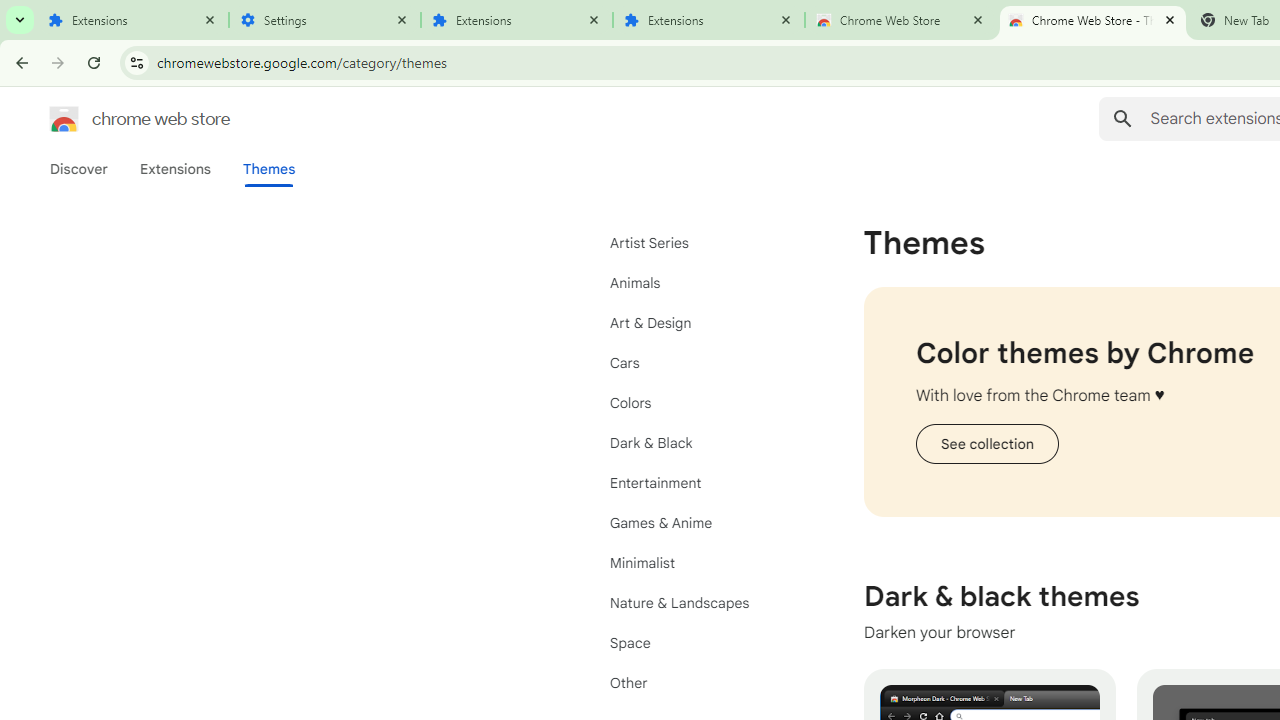 This screenshot has height=720, width=1280. Describe the element at coordinates (700, 681) in the screenshot. I see `'Other'` at that location.